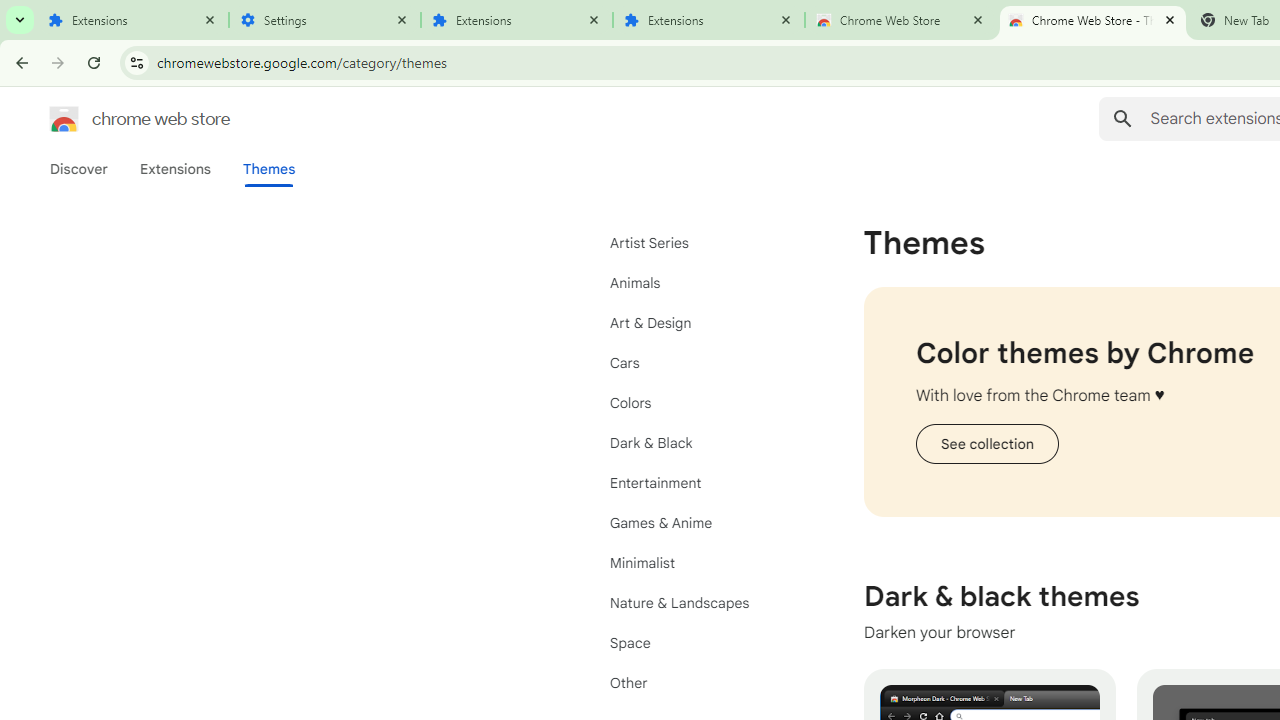 This screenshot has height=720, width=1280. Describe the element at coordinates (700, 681) in the screenshot. I see `'Other'` at that location.